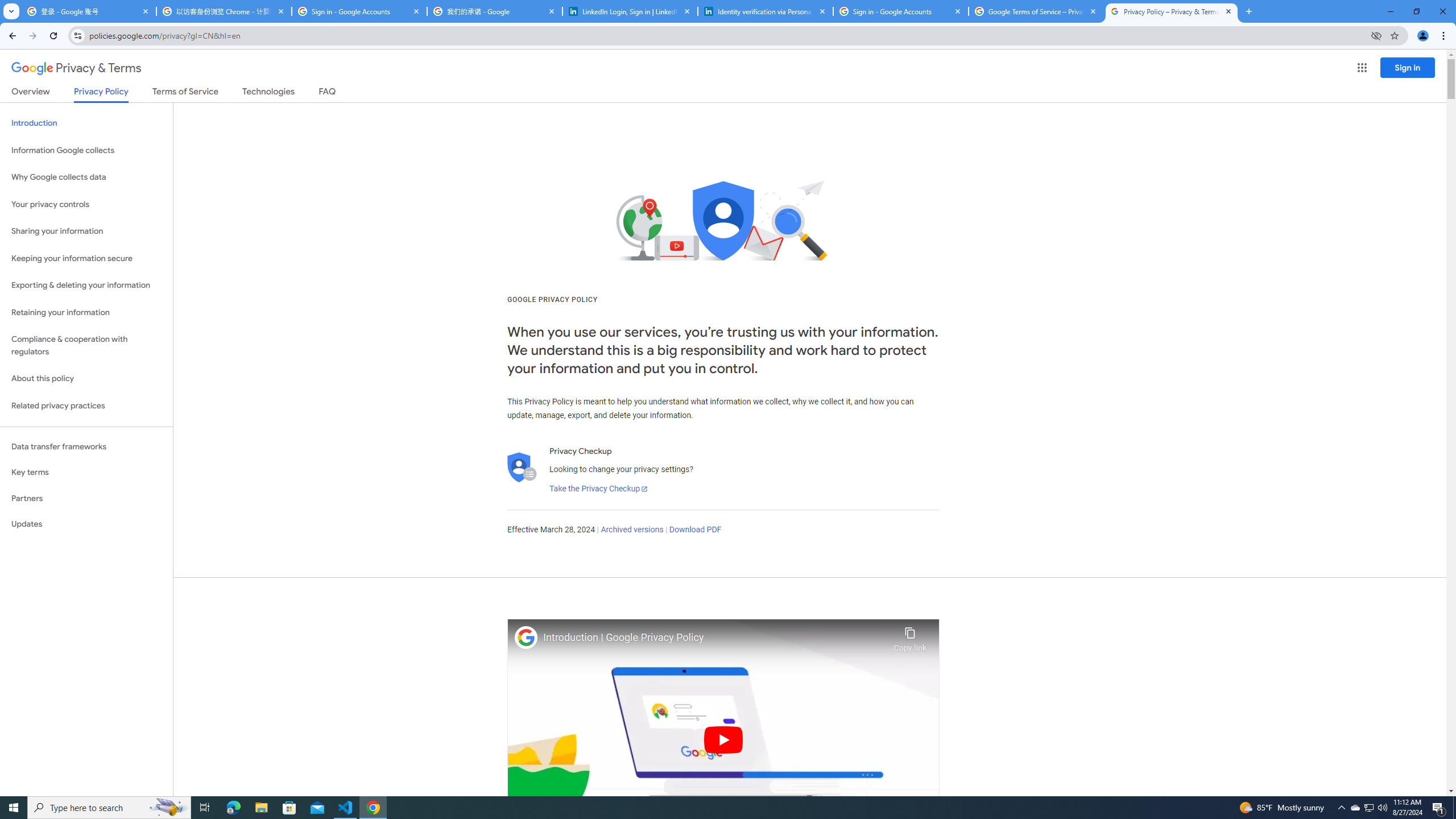 This screenshot has height=819, width=1456. Describe the element at coordinates (723, 739) in the screenshot. I see `'Play'` at that location.